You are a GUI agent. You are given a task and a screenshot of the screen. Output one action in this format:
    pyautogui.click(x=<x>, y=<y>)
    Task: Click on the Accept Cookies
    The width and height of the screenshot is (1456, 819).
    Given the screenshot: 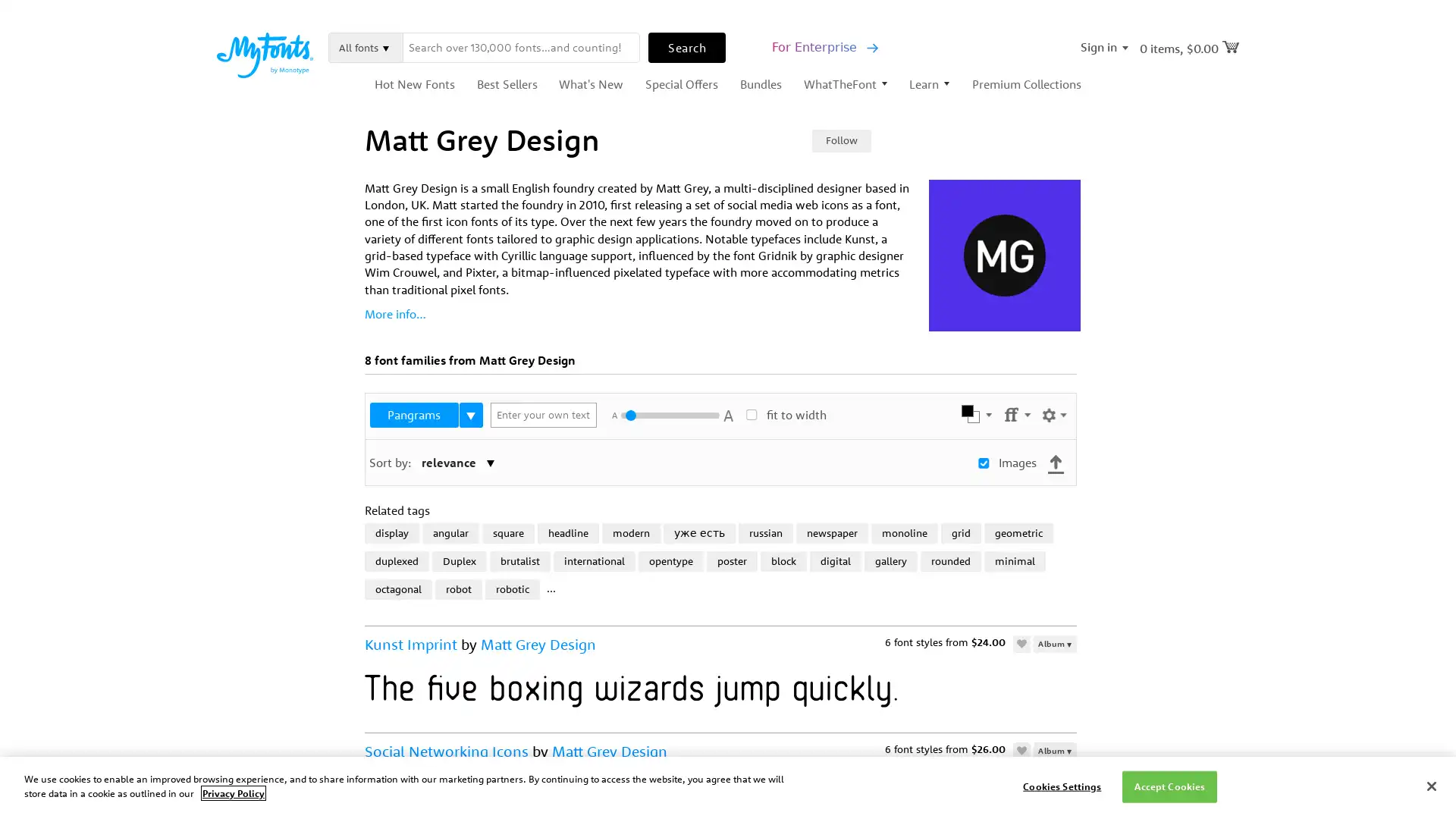 What is the action you would take?
    pyautogui.click(x=1169, y=786)
    